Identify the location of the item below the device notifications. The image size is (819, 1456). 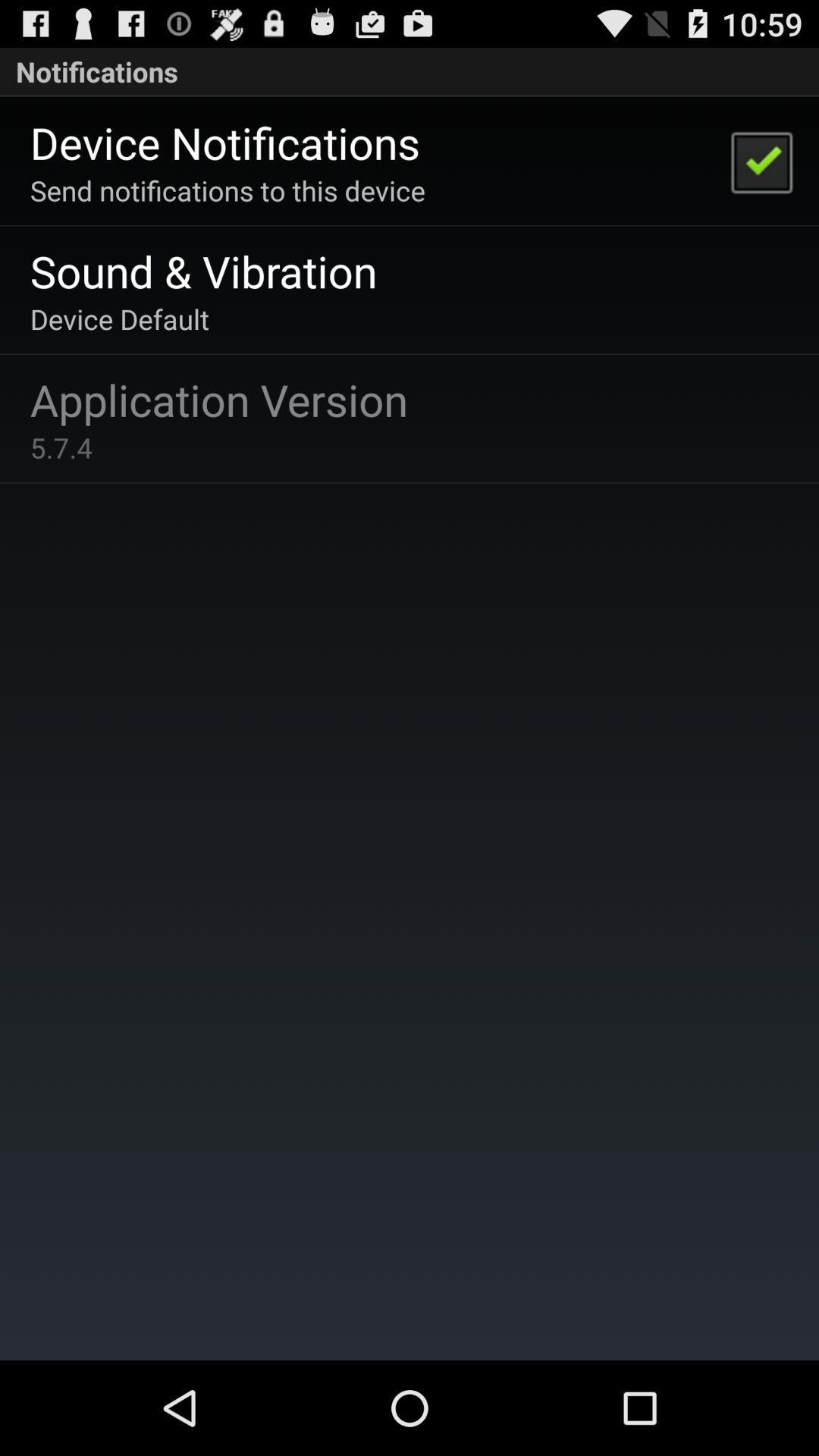
(227, 190).